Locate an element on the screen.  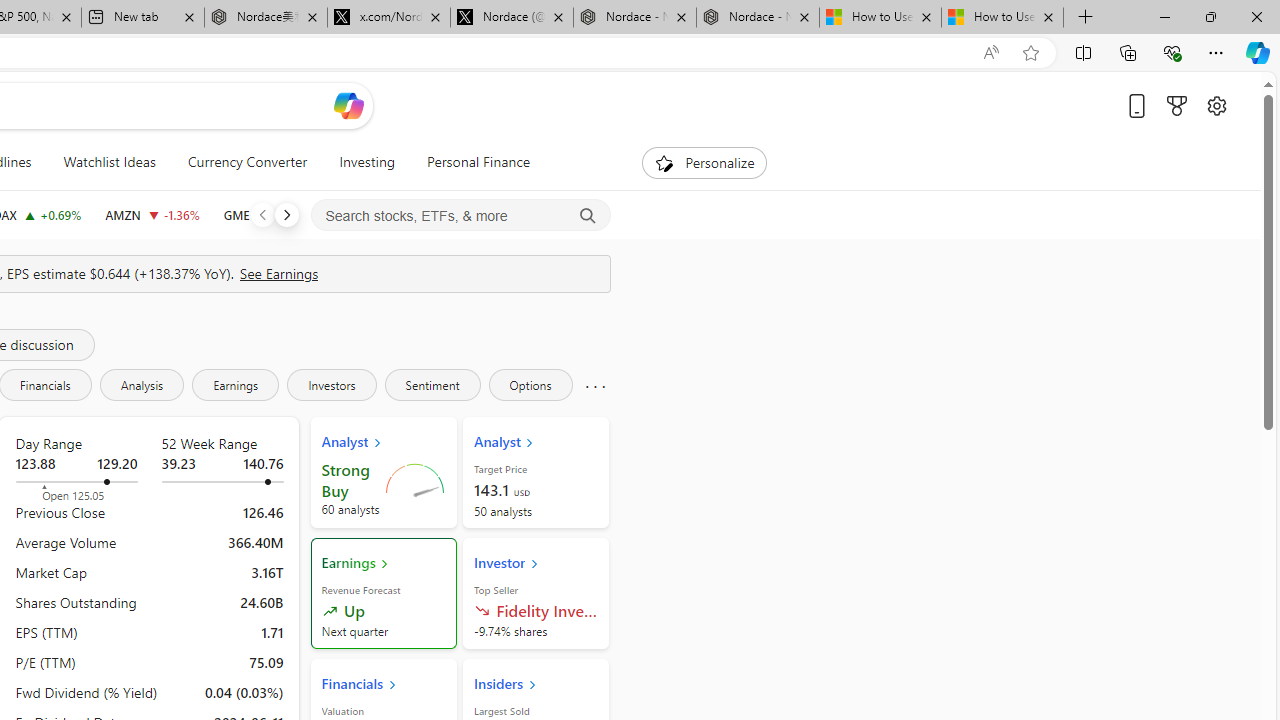
'x.com/NordaceOfficial' is located at coordinates (389, 17).